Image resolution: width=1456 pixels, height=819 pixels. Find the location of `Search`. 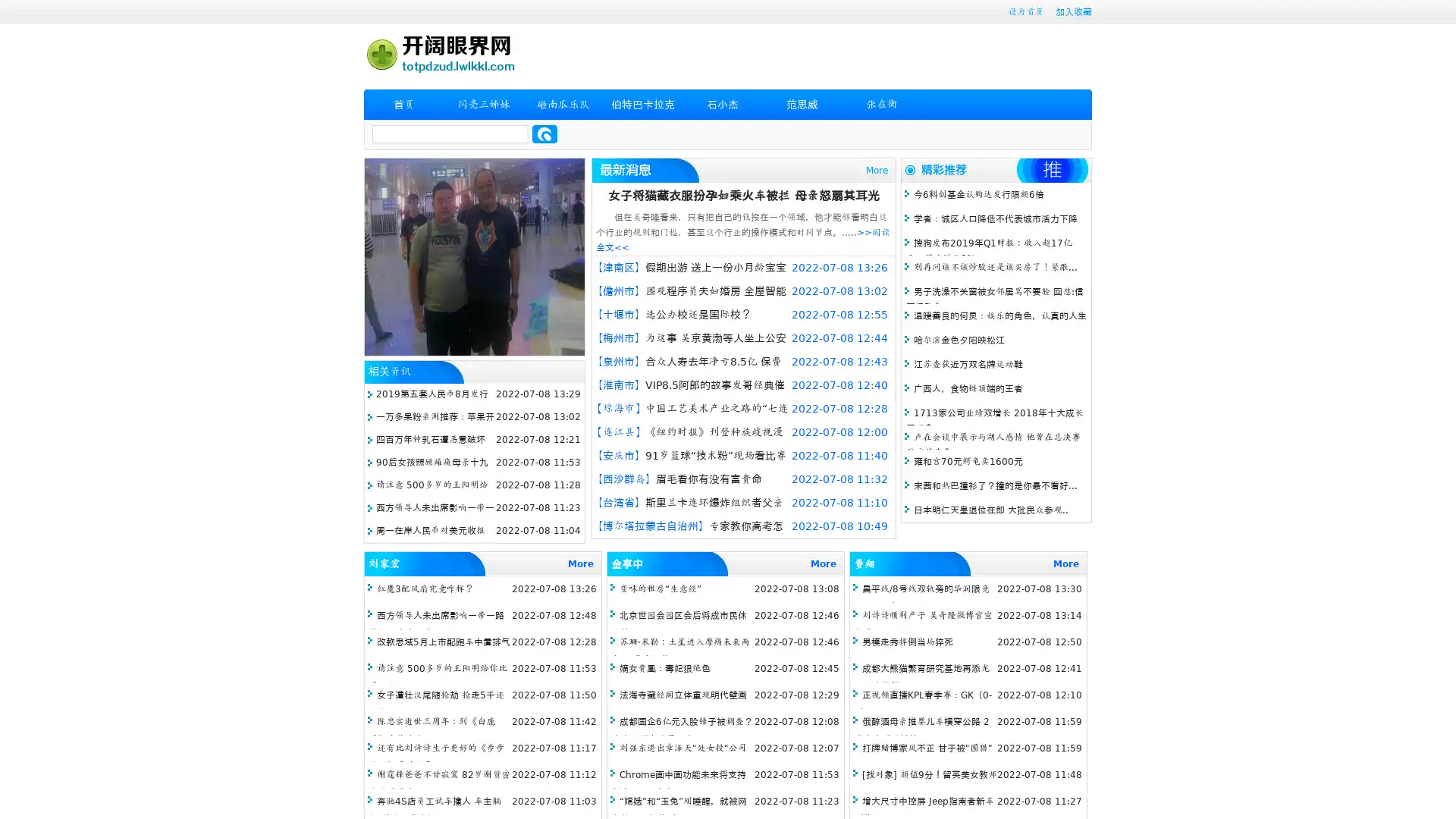

Search is located at coordinates (544, 133).